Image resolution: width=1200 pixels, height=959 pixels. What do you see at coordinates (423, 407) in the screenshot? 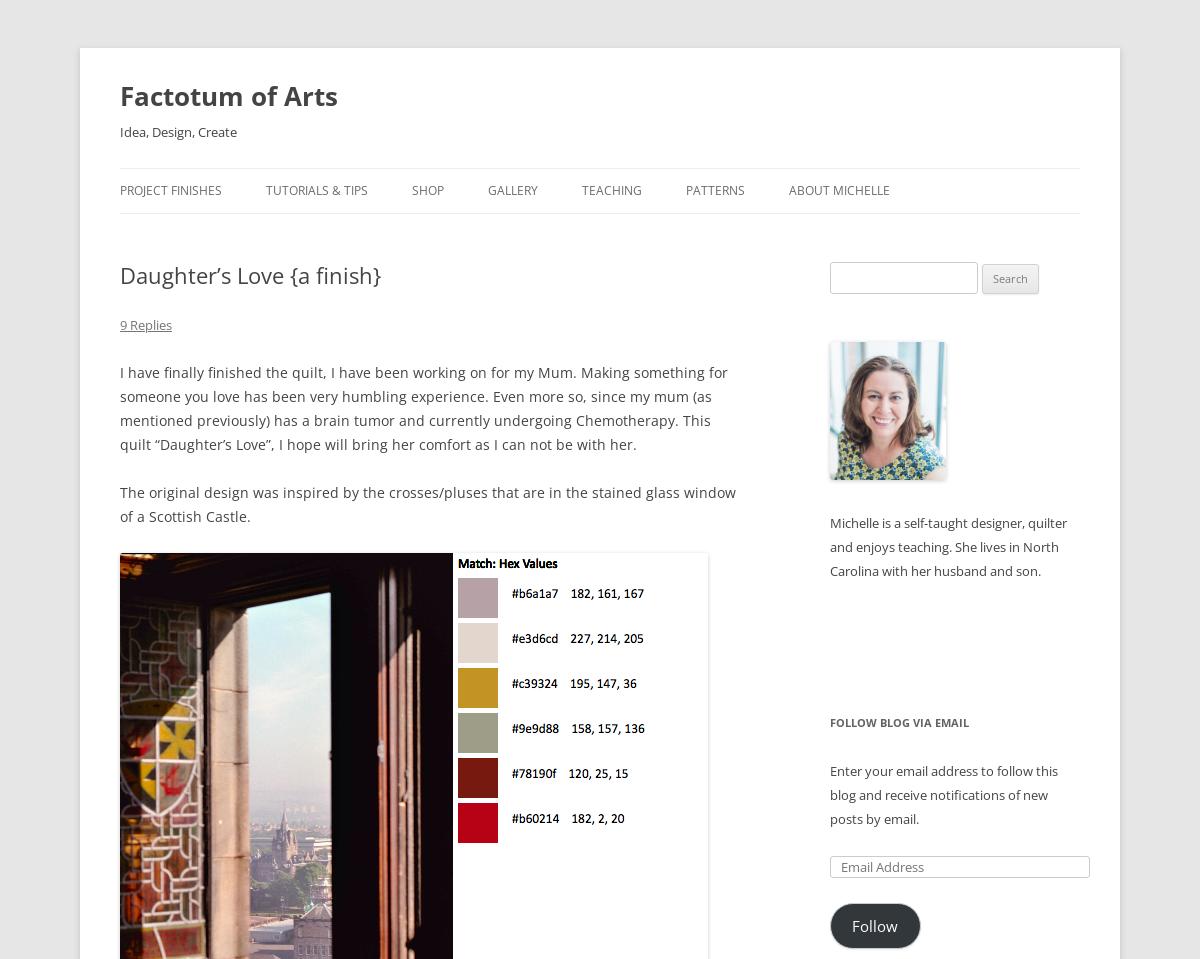
I see `'I have finally finished the quilt, I have been working on for my Mum. Making something for someone you love has been very humbling experience. Even more so, since my mum (as mentioned previously) has a brain tumor and currently undergoing Chemotherapy. This quilt “Daughter’s Love”, I hope will bring her comfort as I can not be with her.'` at bounding box center [423, 407].